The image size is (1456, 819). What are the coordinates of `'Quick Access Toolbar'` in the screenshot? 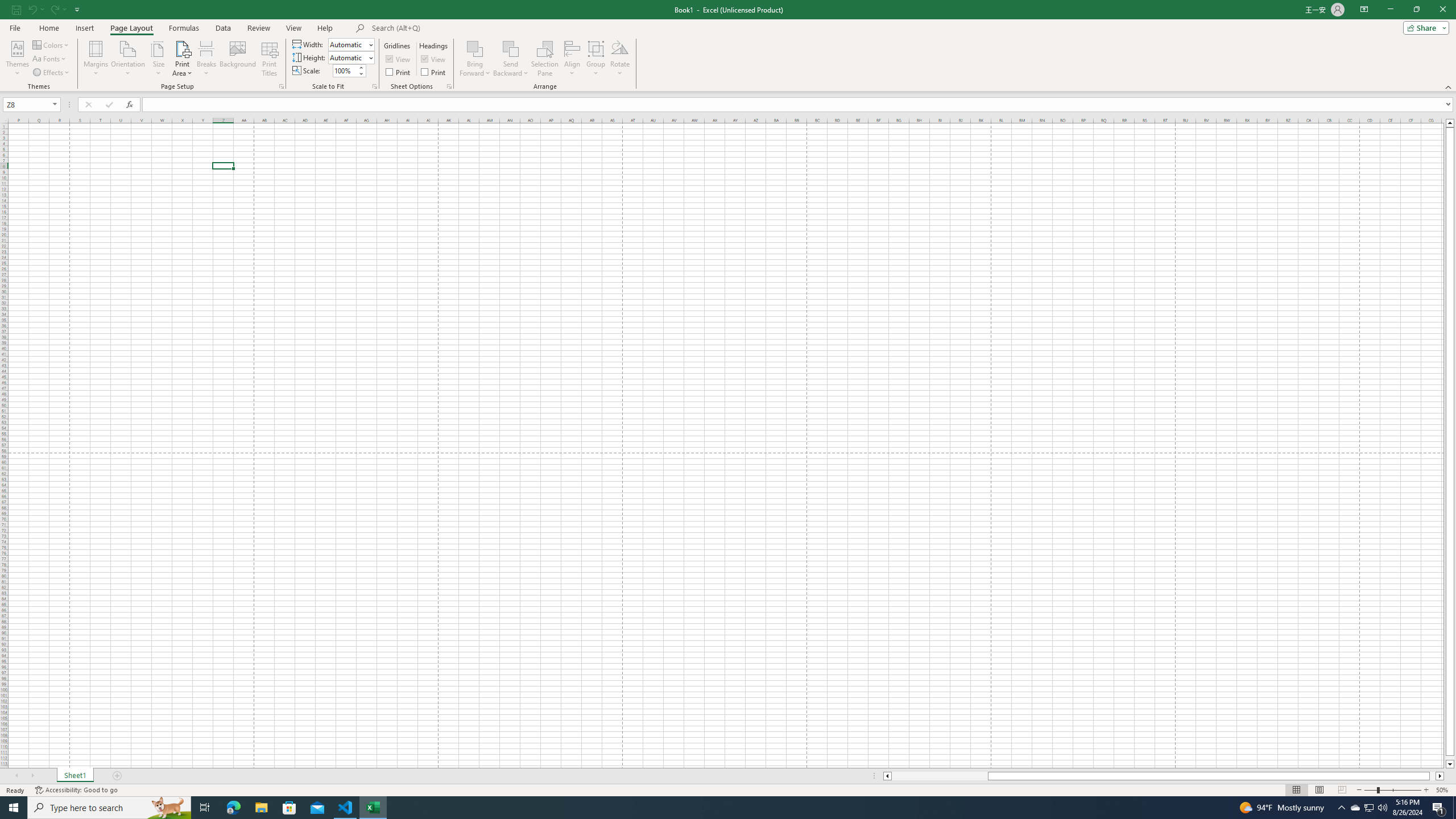 It's located at (47, 9).